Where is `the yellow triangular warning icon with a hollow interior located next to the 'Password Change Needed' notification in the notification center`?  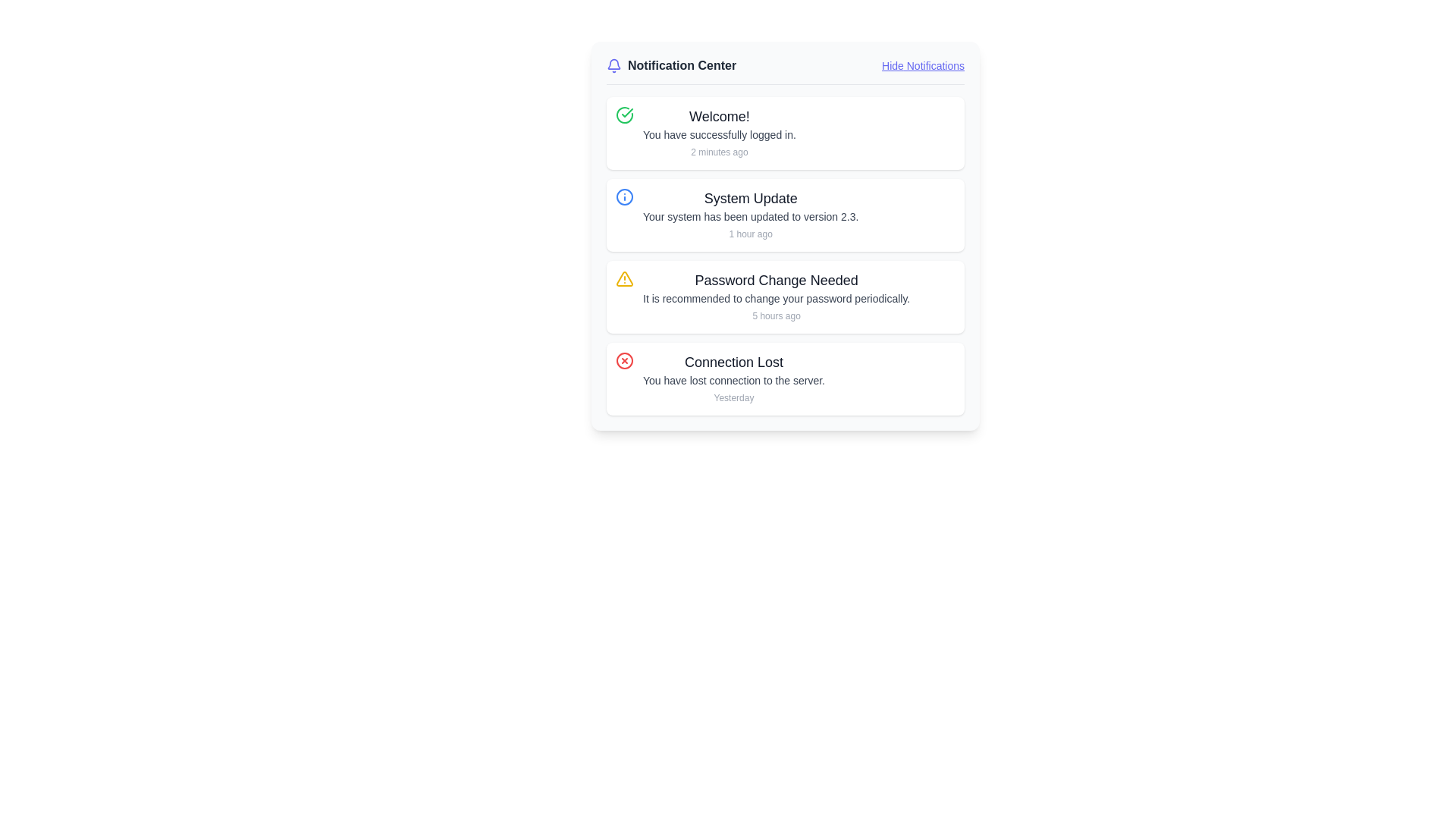
the yellow triangular warning icon with a hollow interior located next to the 'Password Change Needed' notification in the notification center is located at coordinates (625, 278).